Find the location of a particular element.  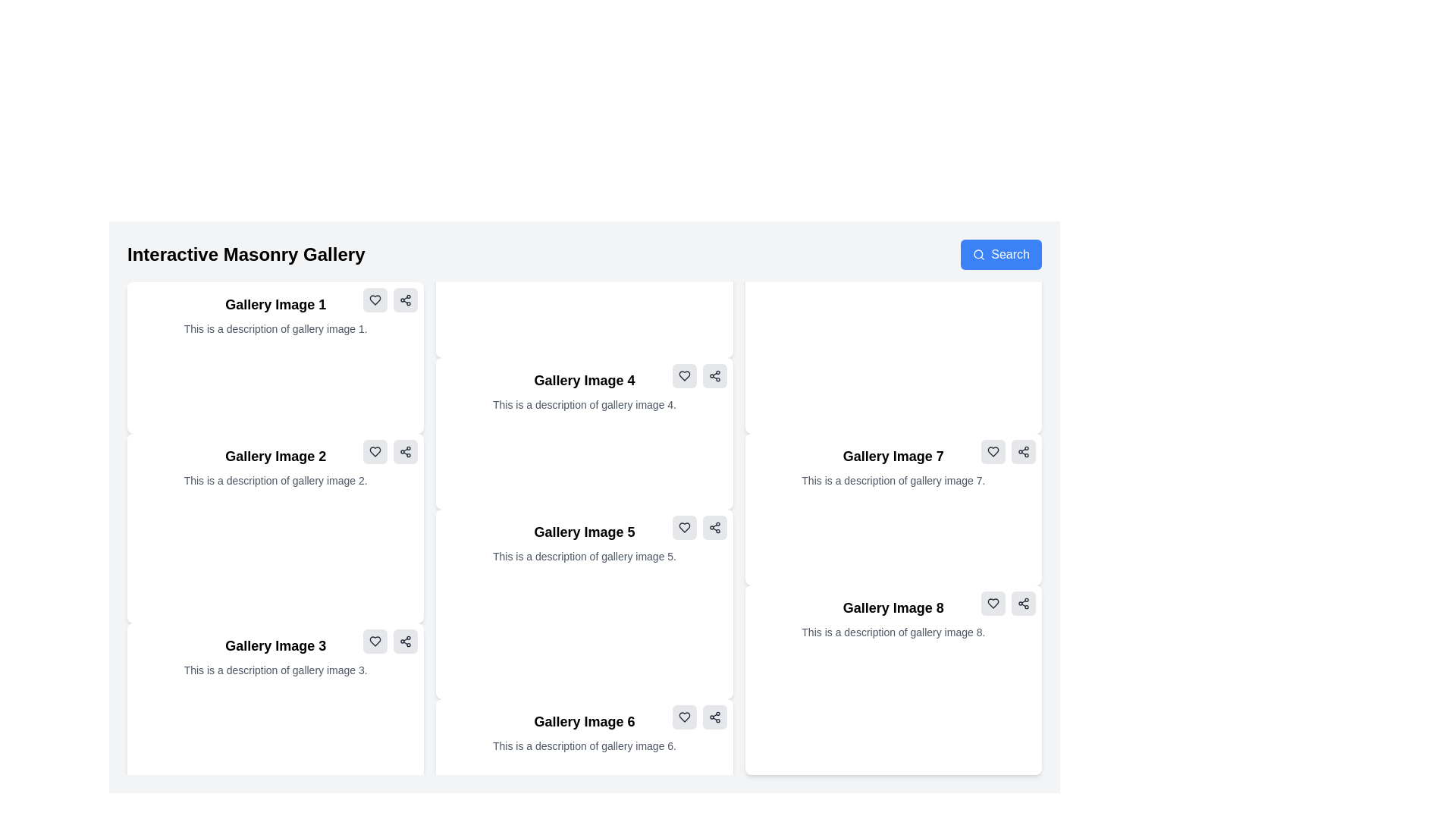

the 'share' icon located at the bottom-right corner of the 'Gallery Image 5' card, which is positioned next to a heart icon on its left is located at coordinates (714, 526).